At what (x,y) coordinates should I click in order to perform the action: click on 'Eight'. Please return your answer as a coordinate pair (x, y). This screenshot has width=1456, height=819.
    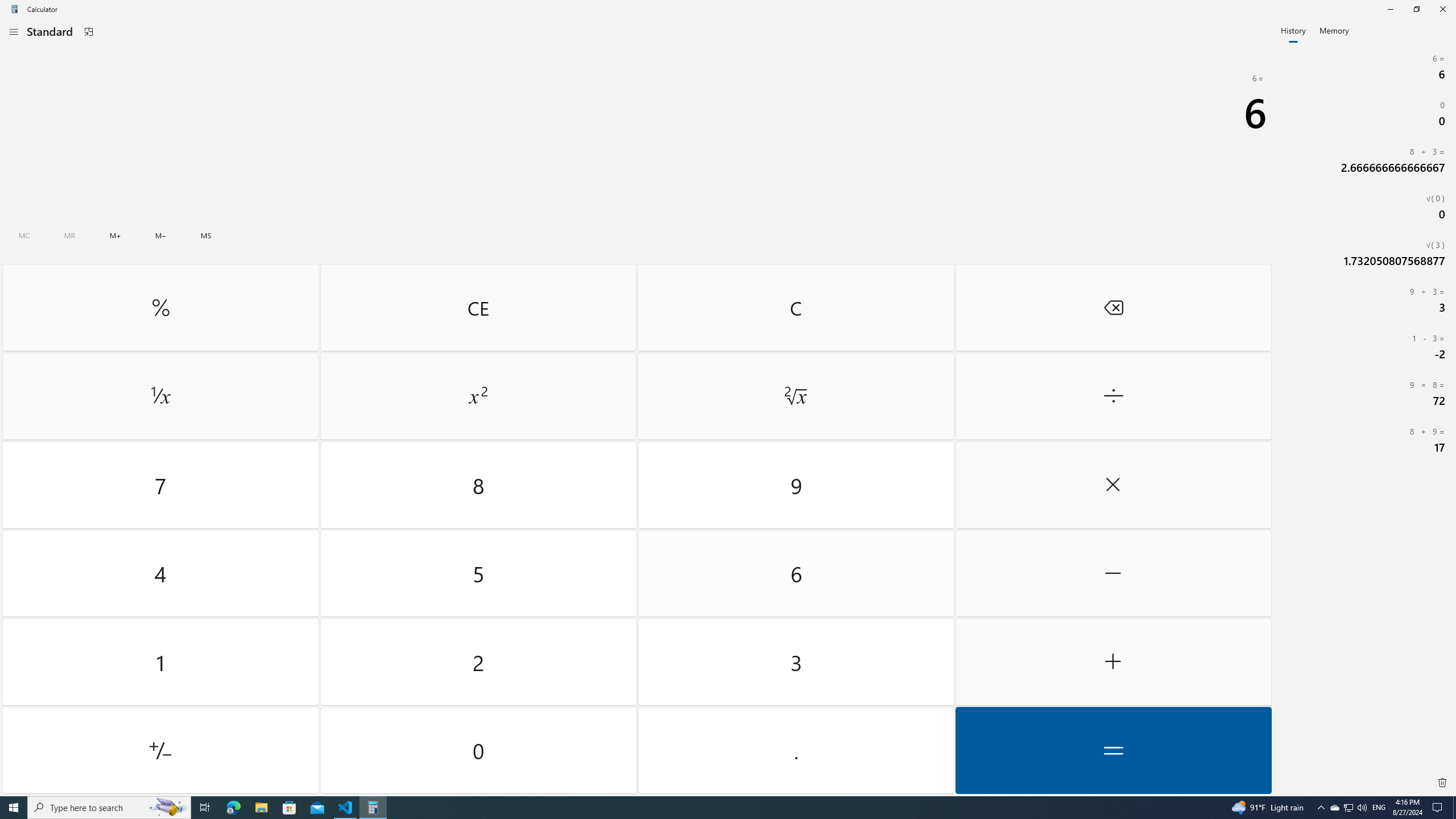
    Looking at the image, I should click on (478, 485).